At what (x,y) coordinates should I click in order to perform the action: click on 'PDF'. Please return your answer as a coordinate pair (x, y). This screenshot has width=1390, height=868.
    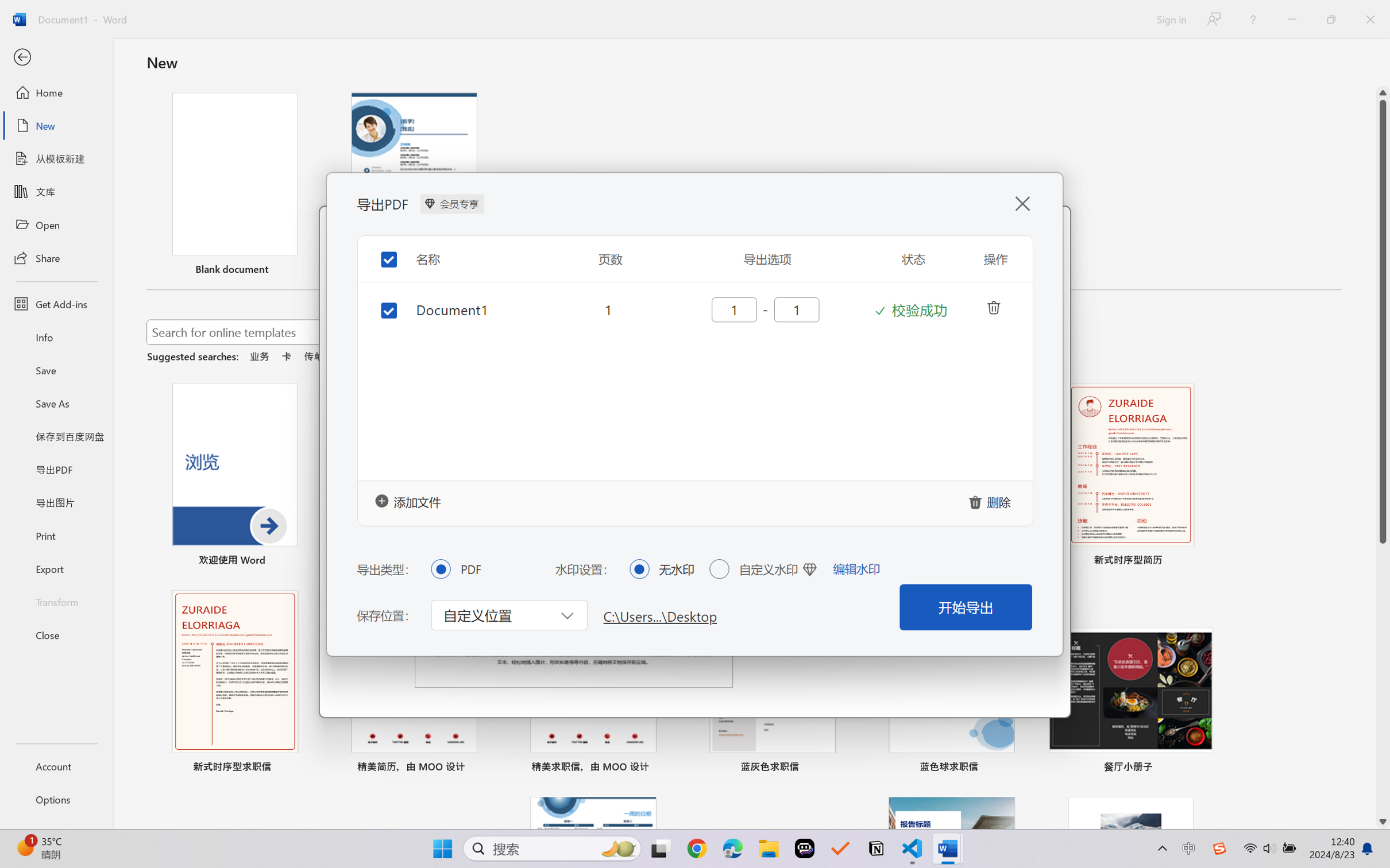
    Looking at the image, I should click on (440, 568).